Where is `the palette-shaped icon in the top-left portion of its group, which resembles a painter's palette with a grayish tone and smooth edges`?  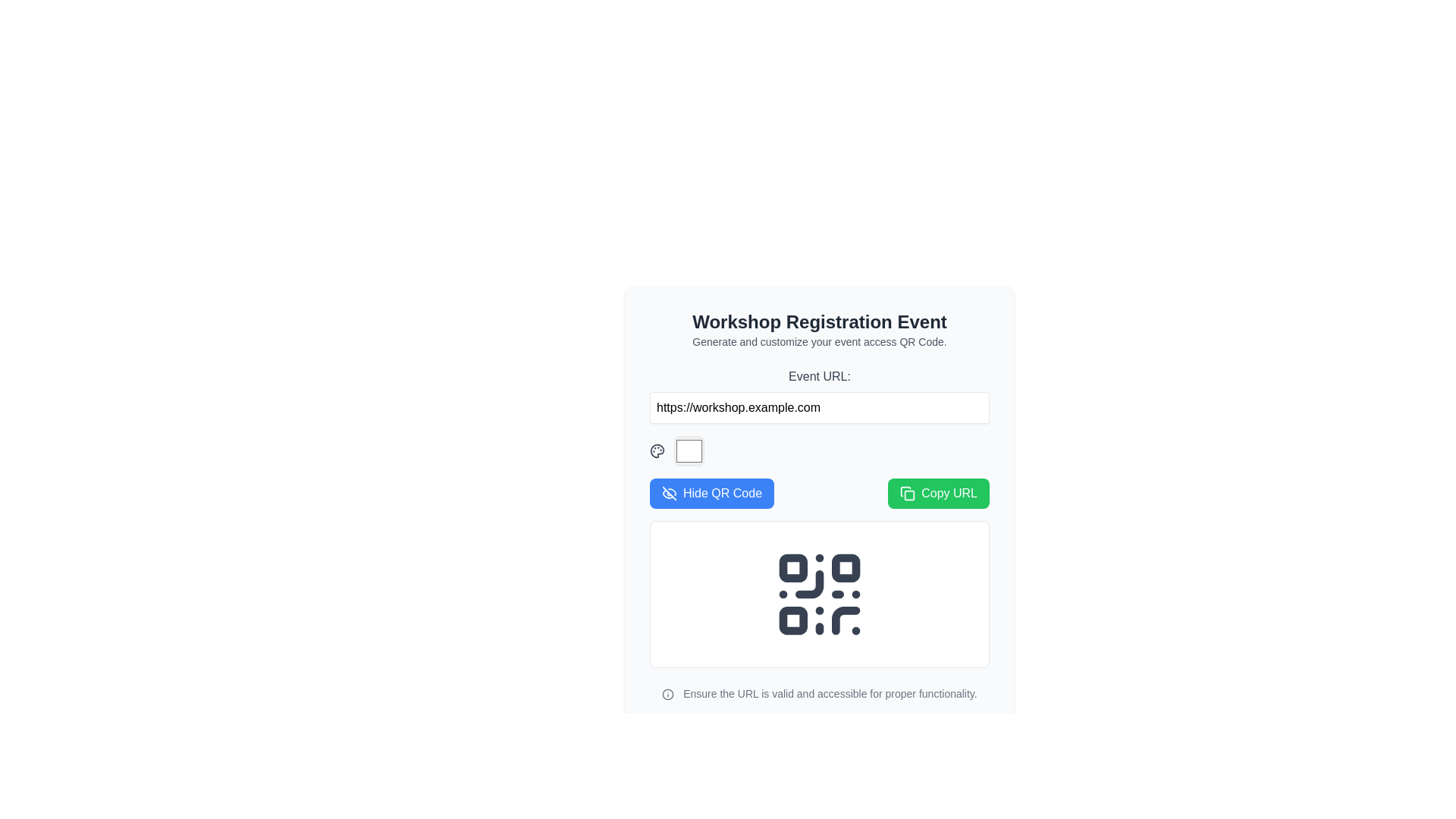 the palette-shaped icon in the top-left portion of its group, which resembles a painter's palette with a grayish tone and smooth edges is located at coordinates (657, 450).